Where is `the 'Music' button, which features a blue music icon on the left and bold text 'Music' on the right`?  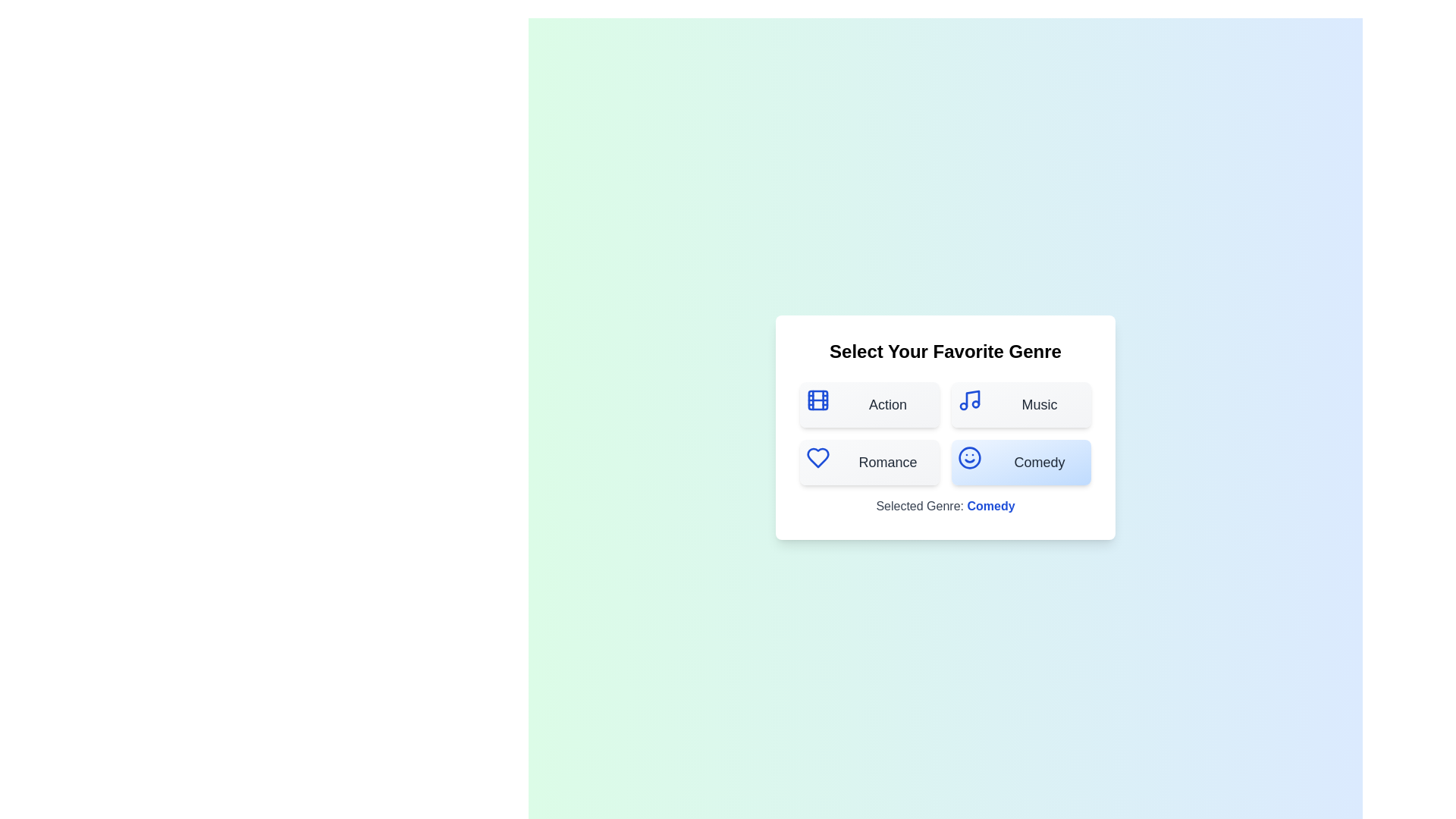
the 'Music' button, which features a blue music icon on the left and bold text 'Music' on the right is located at coordinates (1021, 403).